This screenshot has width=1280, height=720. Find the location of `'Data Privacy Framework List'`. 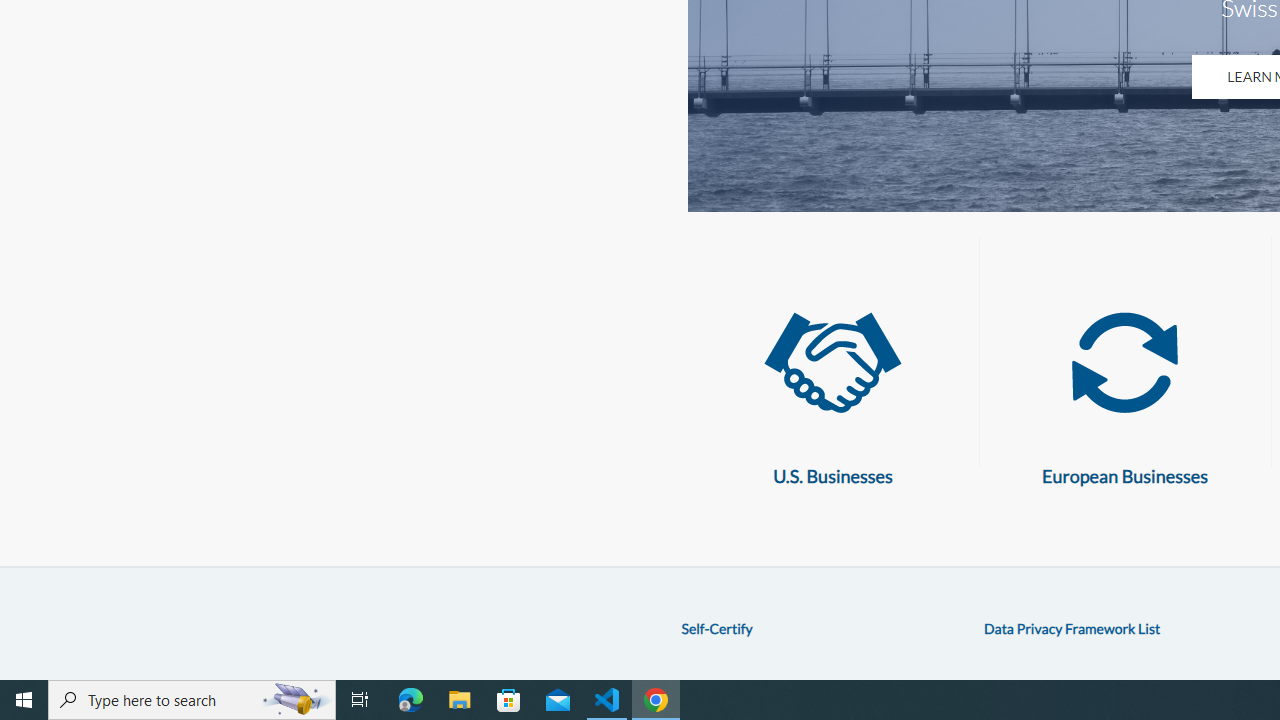

'Data Privacy Framework List' is located at coordinates (1071, 627).